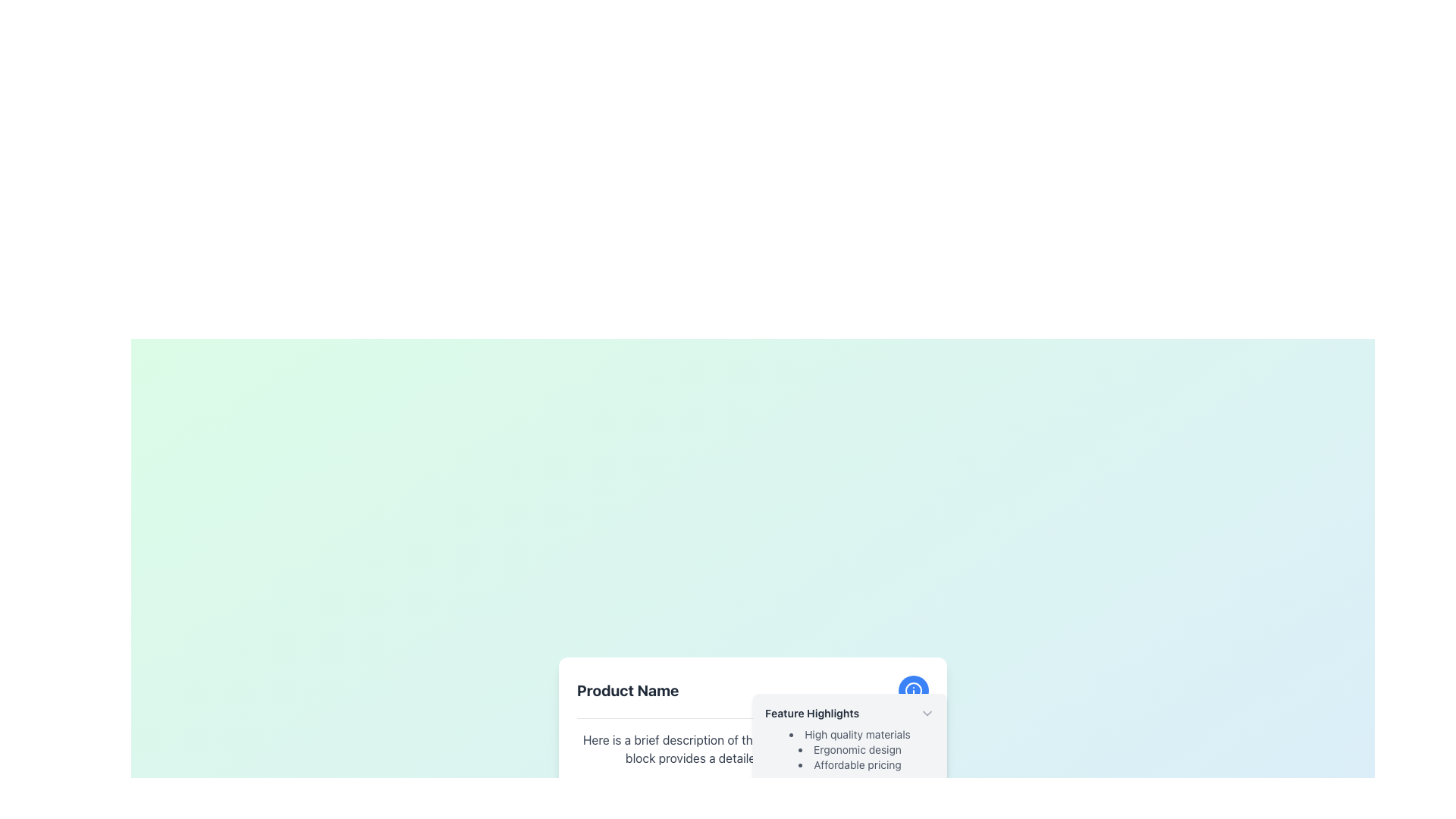  Describe the element at coordinates (850, 748) in the screenshot. I see `the second item in the bulleted list under 'Feature Highlights' that describes the ergonomic design of the product` at that location.